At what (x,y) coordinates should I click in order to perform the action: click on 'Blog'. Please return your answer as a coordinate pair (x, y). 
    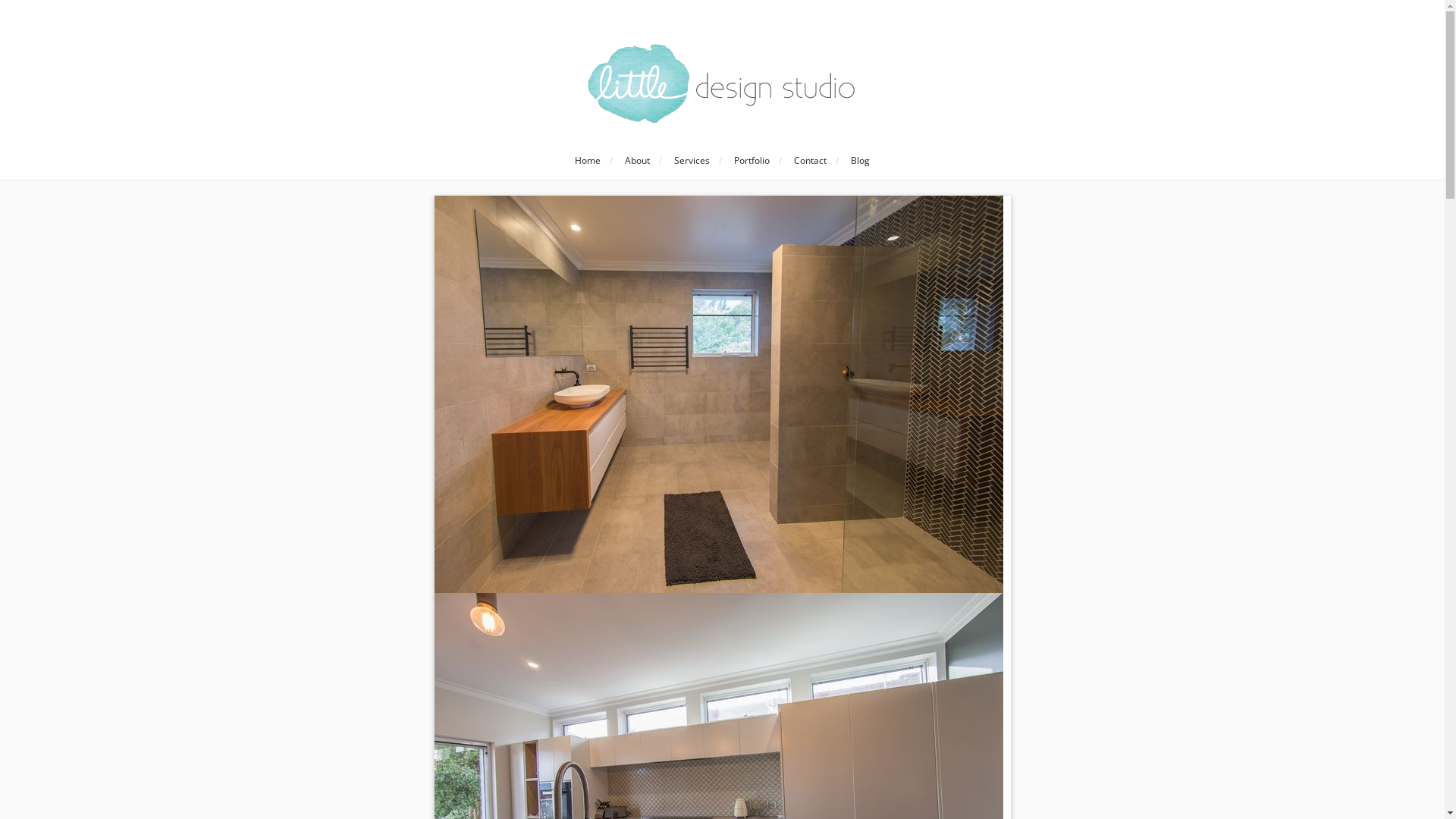
    Looking at the image, I should click on (840, 161).